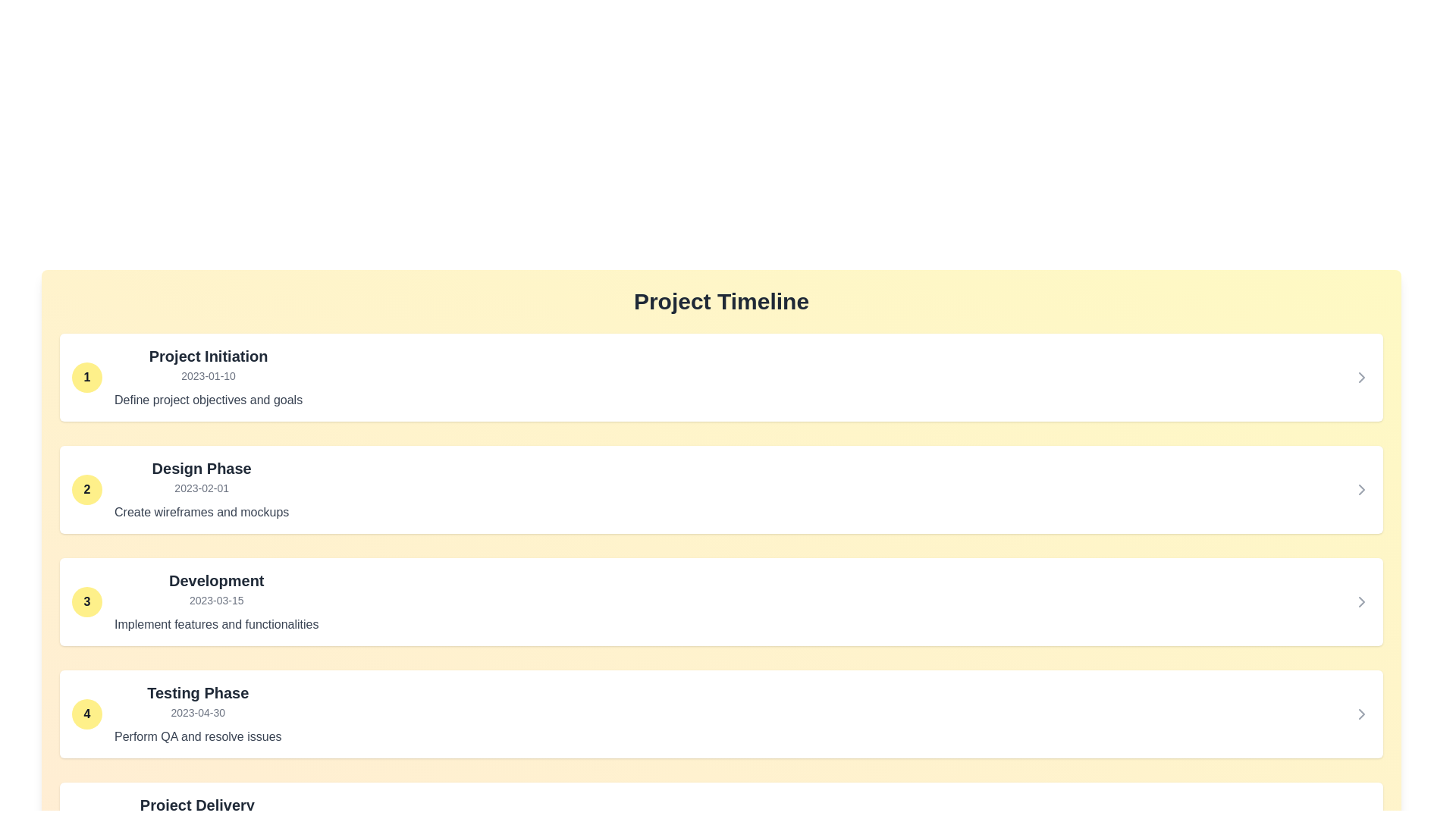 This screenshot has height=819, width=1456. I want to click on the Chevron Right icon at the end of the Project Initiation card in the Project Timeline section, so click(1361, 376).